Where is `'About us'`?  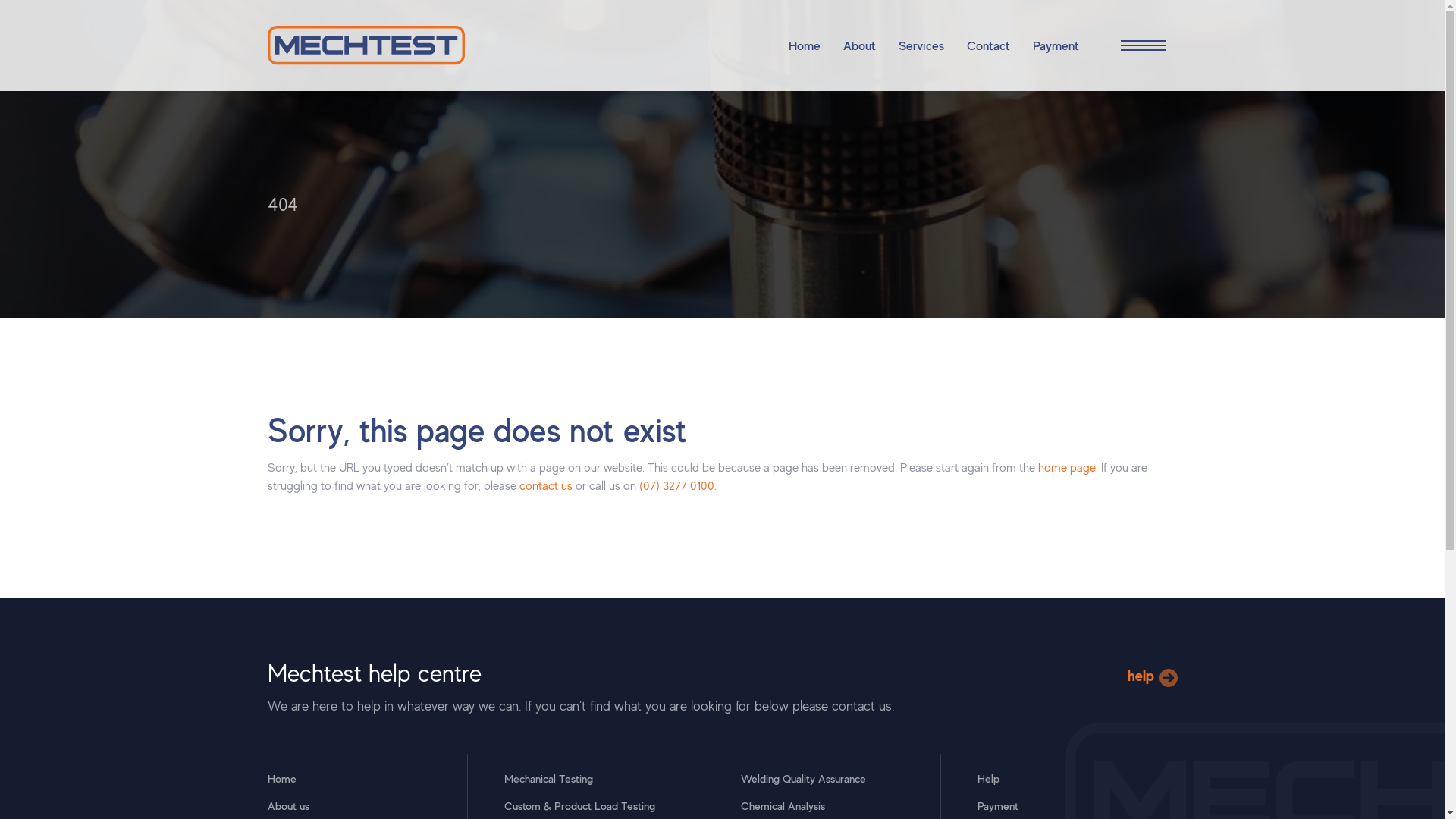
'About us' is located at coordinates (287, 805).